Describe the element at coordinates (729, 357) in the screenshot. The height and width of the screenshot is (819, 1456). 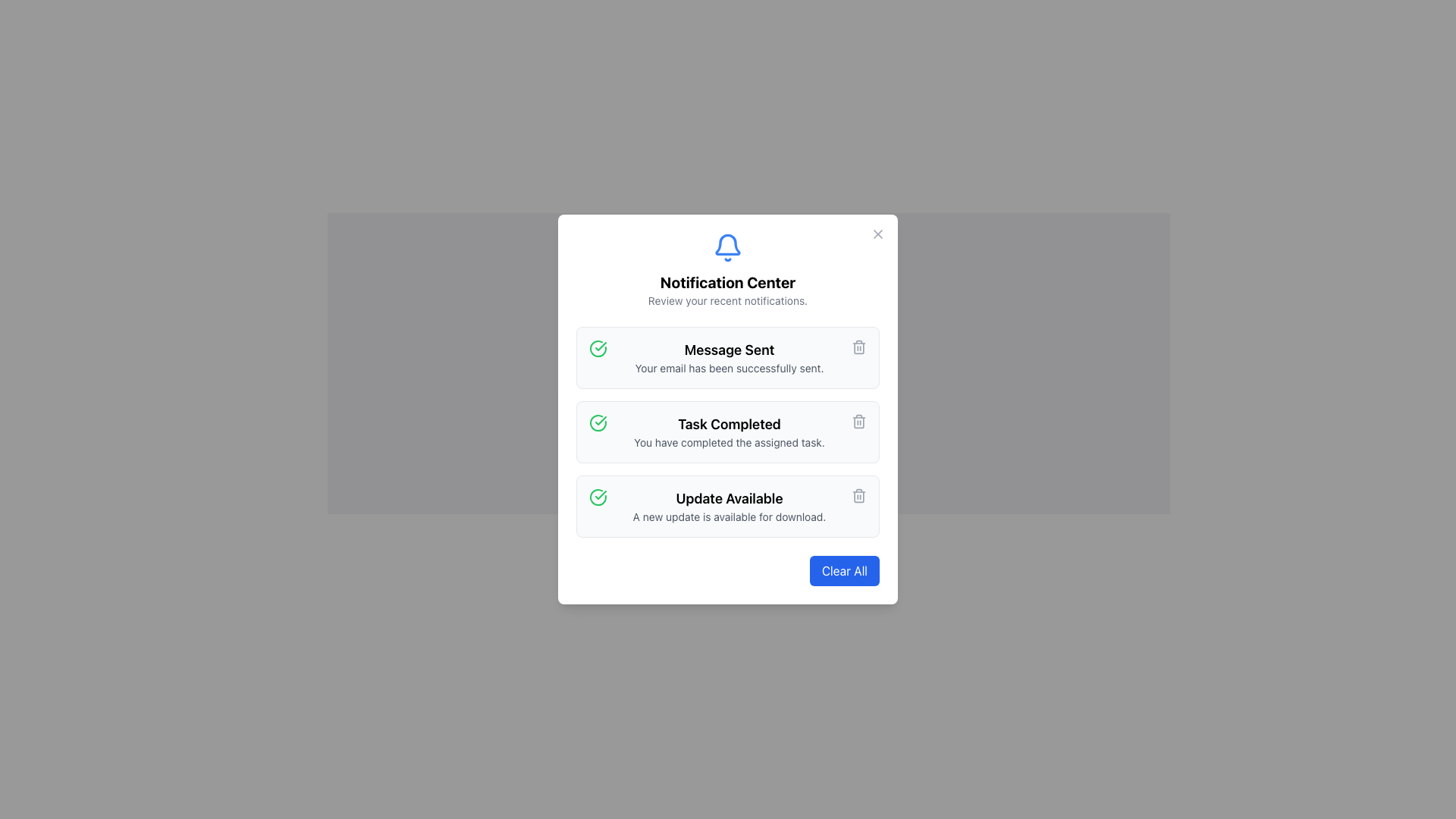
I see `the Notification item that has a heading titled 'Message Sent' and a subtitle stating 'Your email has been successfully sent.'` at that location.